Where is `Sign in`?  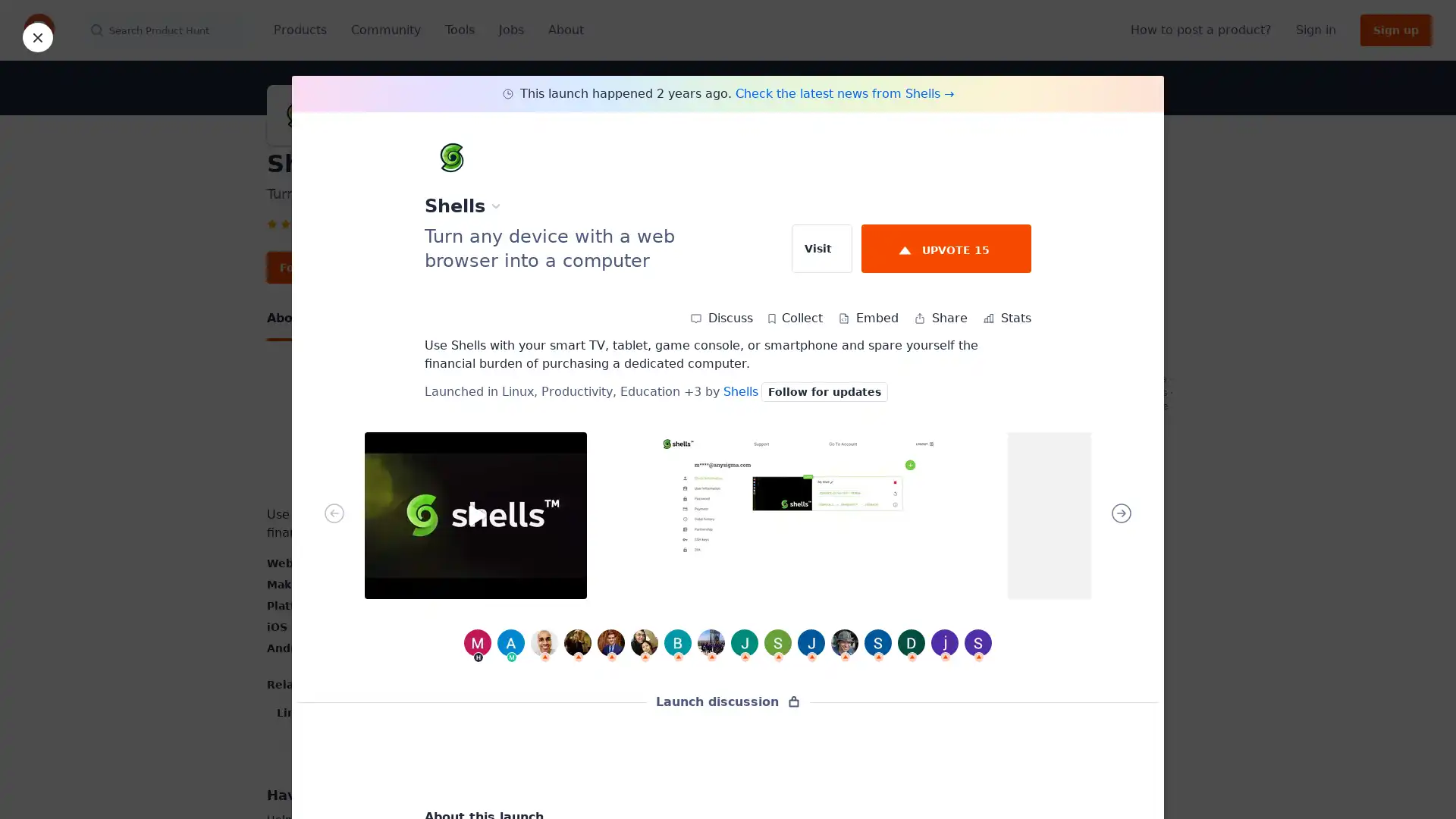 Sign in is located at coordinates (1315, 30).